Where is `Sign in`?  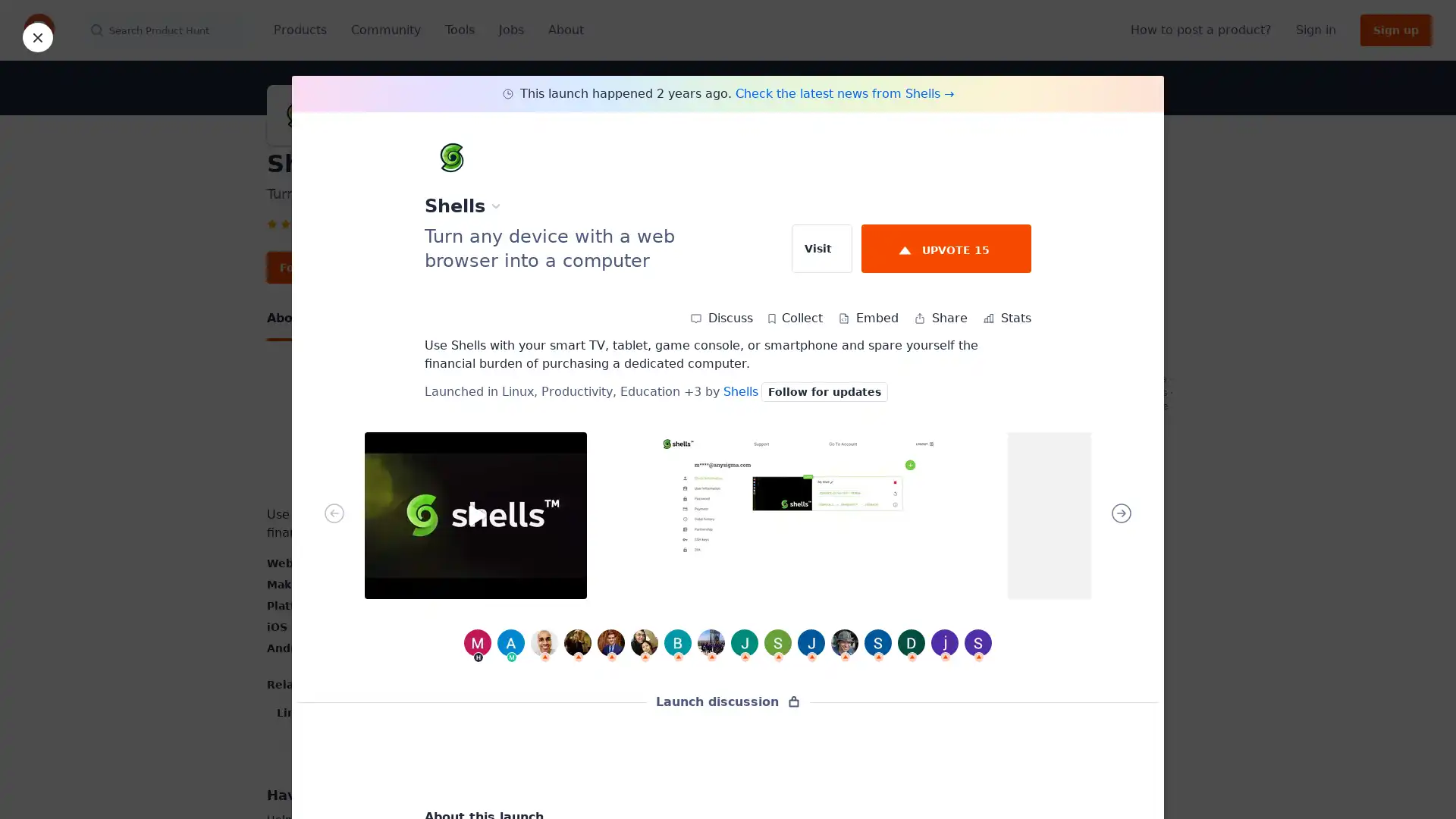 Sign in is located at coordinates (1315, 30).